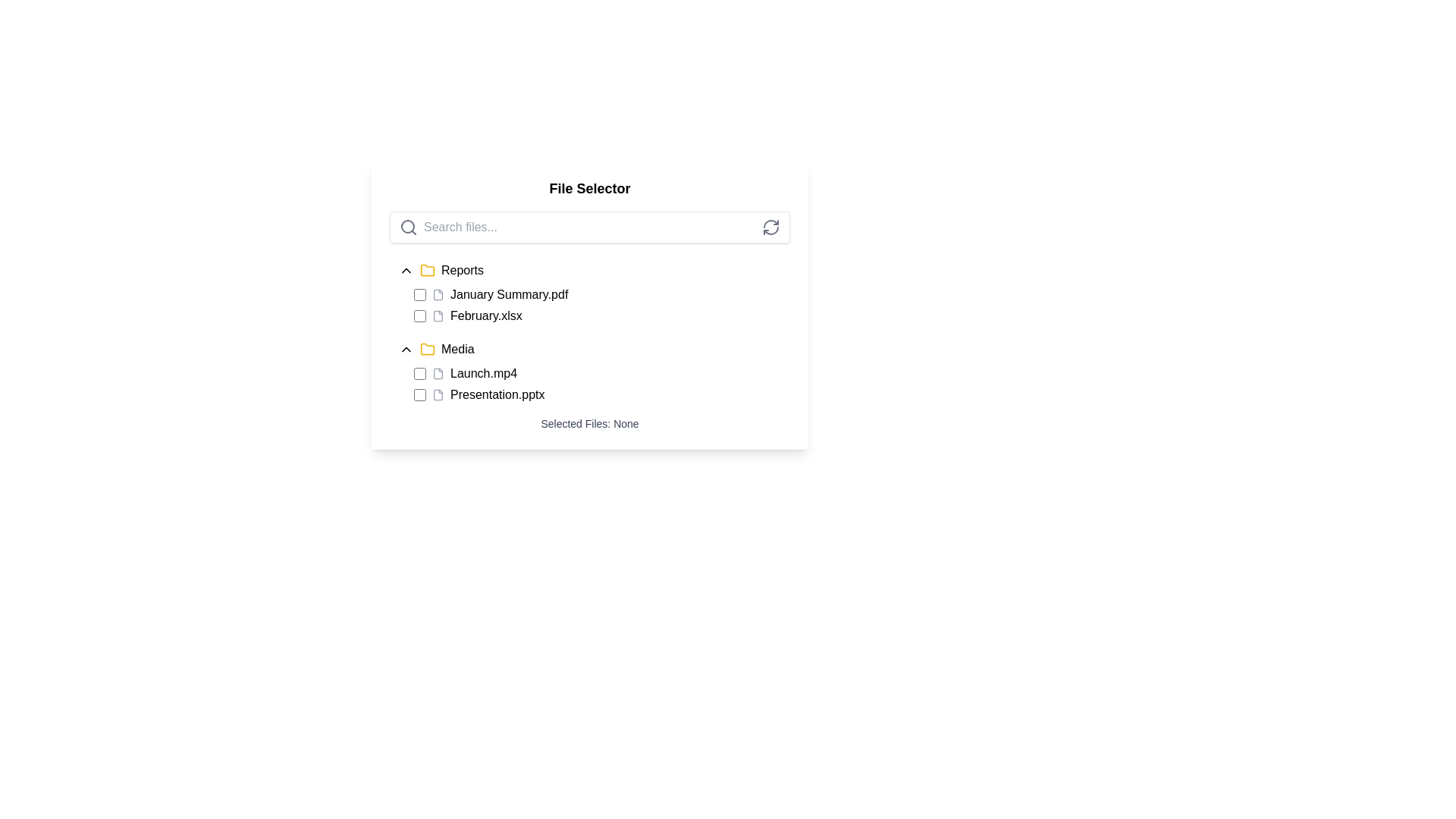  Describe the element at coordinates (437, 295) in the screenshot. I see `the gray outlined document icon representing 'January Summary.pdf' located in the 'Reports' folder` at that location.